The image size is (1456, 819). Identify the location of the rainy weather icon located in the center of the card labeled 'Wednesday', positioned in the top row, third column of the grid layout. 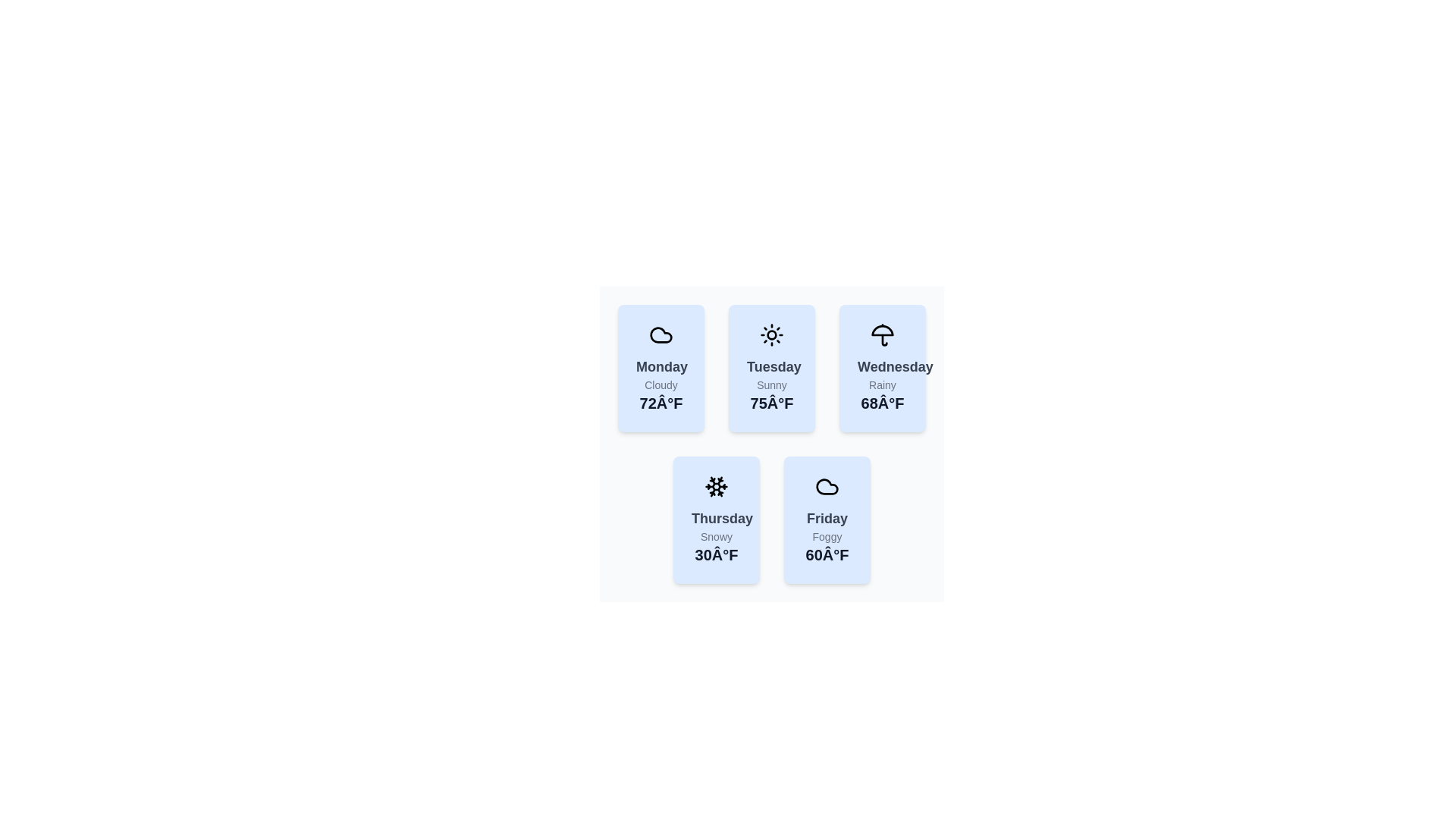
(882, 334).